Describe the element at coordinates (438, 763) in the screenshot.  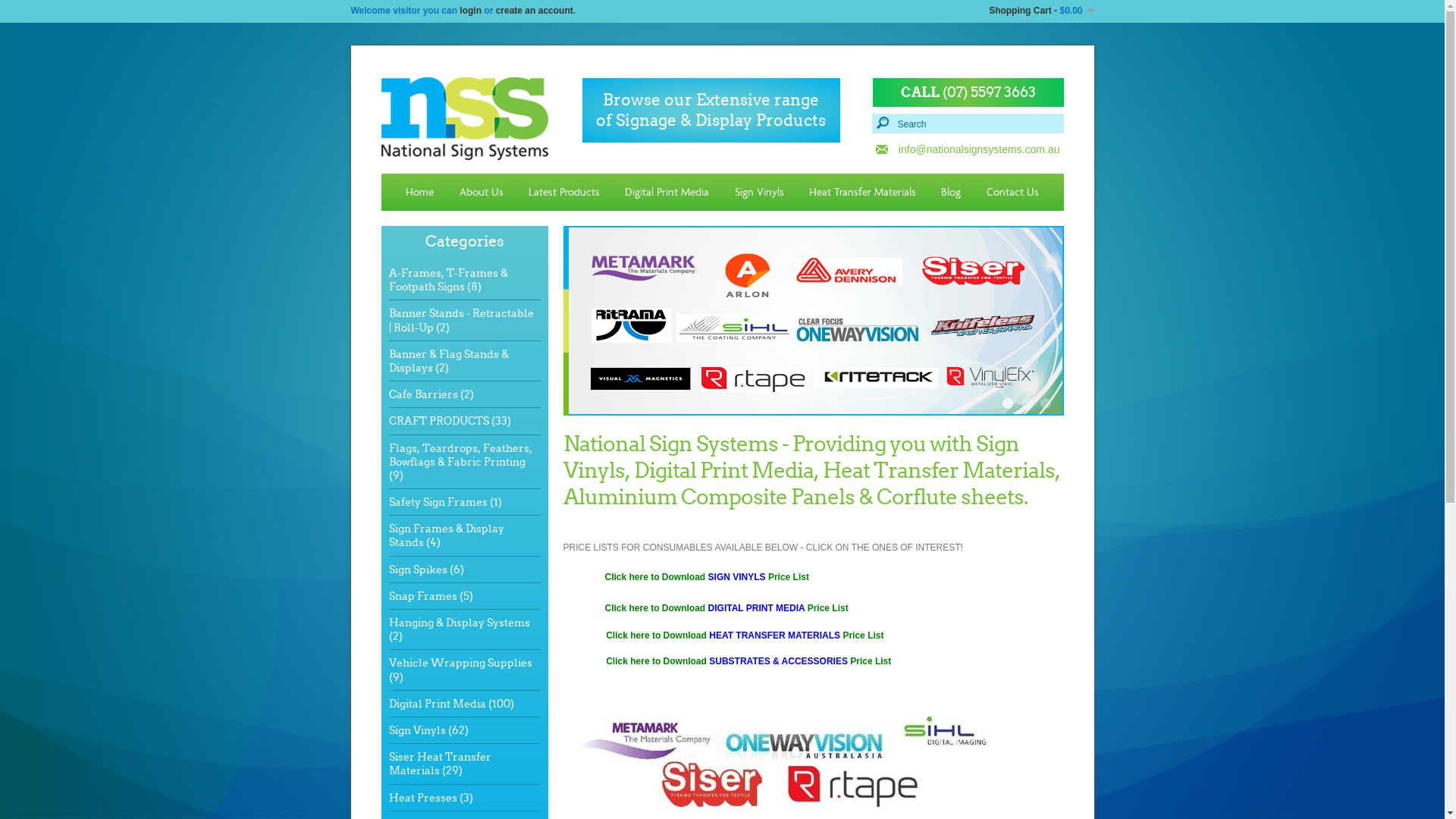
I see `'Siser Heat Transfer Materials (29)'` at that location.